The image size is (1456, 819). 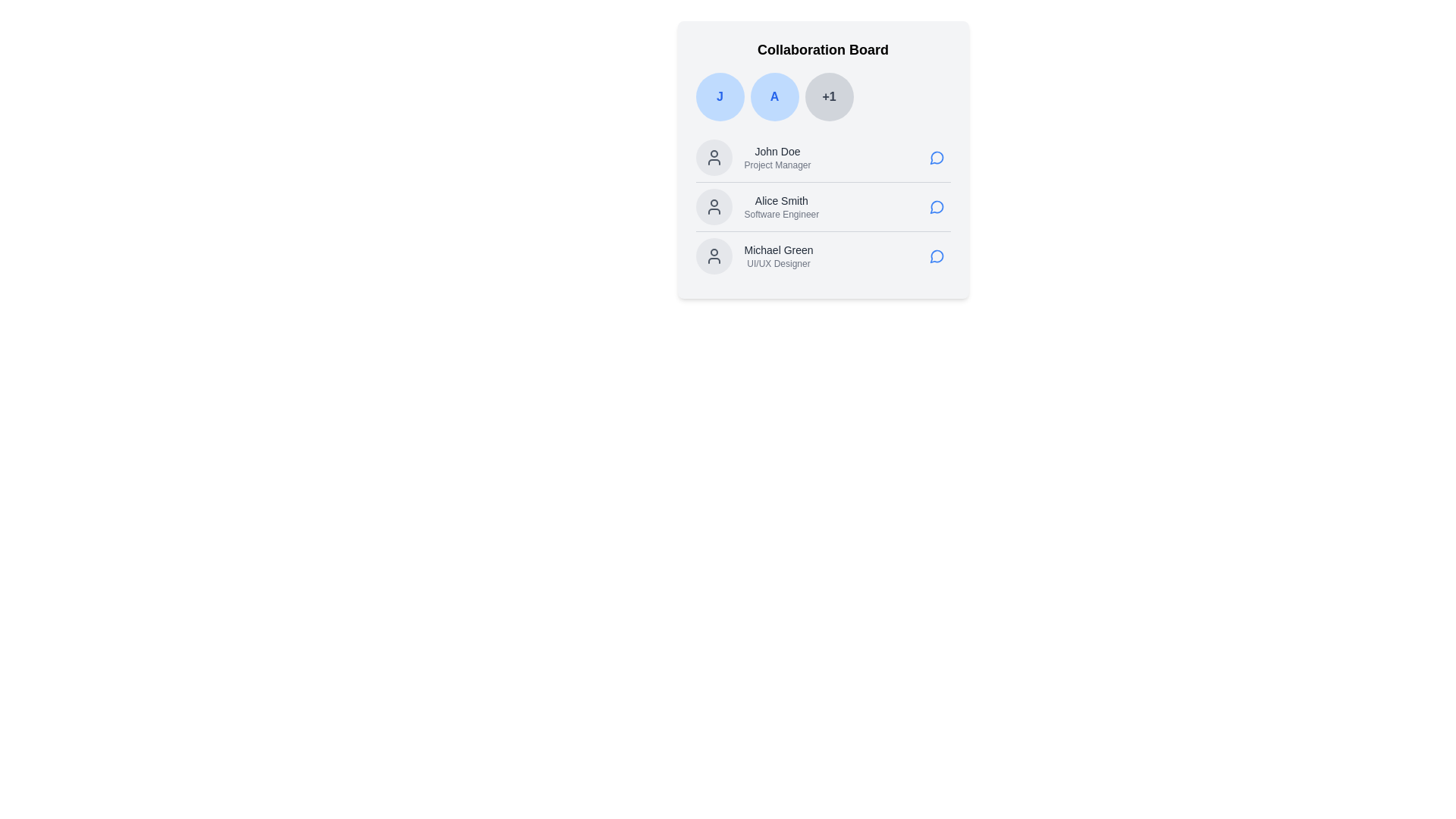 I want to click on the chat bubble icon button located in the action column next to 'Alice Smith' to initiate a message, so click(x=936, y=207).